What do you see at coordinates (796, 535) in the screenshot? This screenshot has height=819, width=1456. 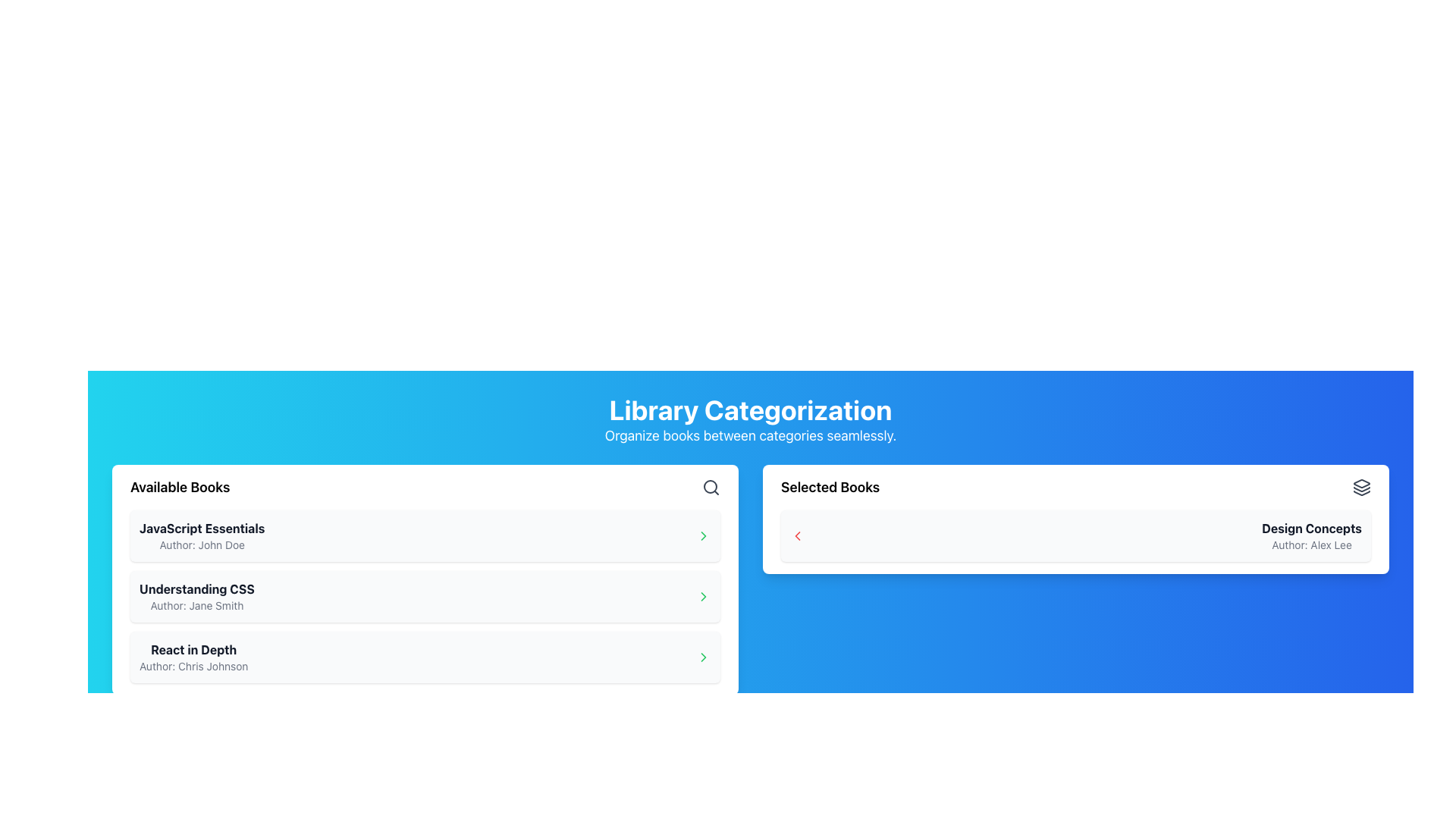 I see `the left-pointing chevron icon in the 'Selected Books' section` at bounding box center [796, 535].